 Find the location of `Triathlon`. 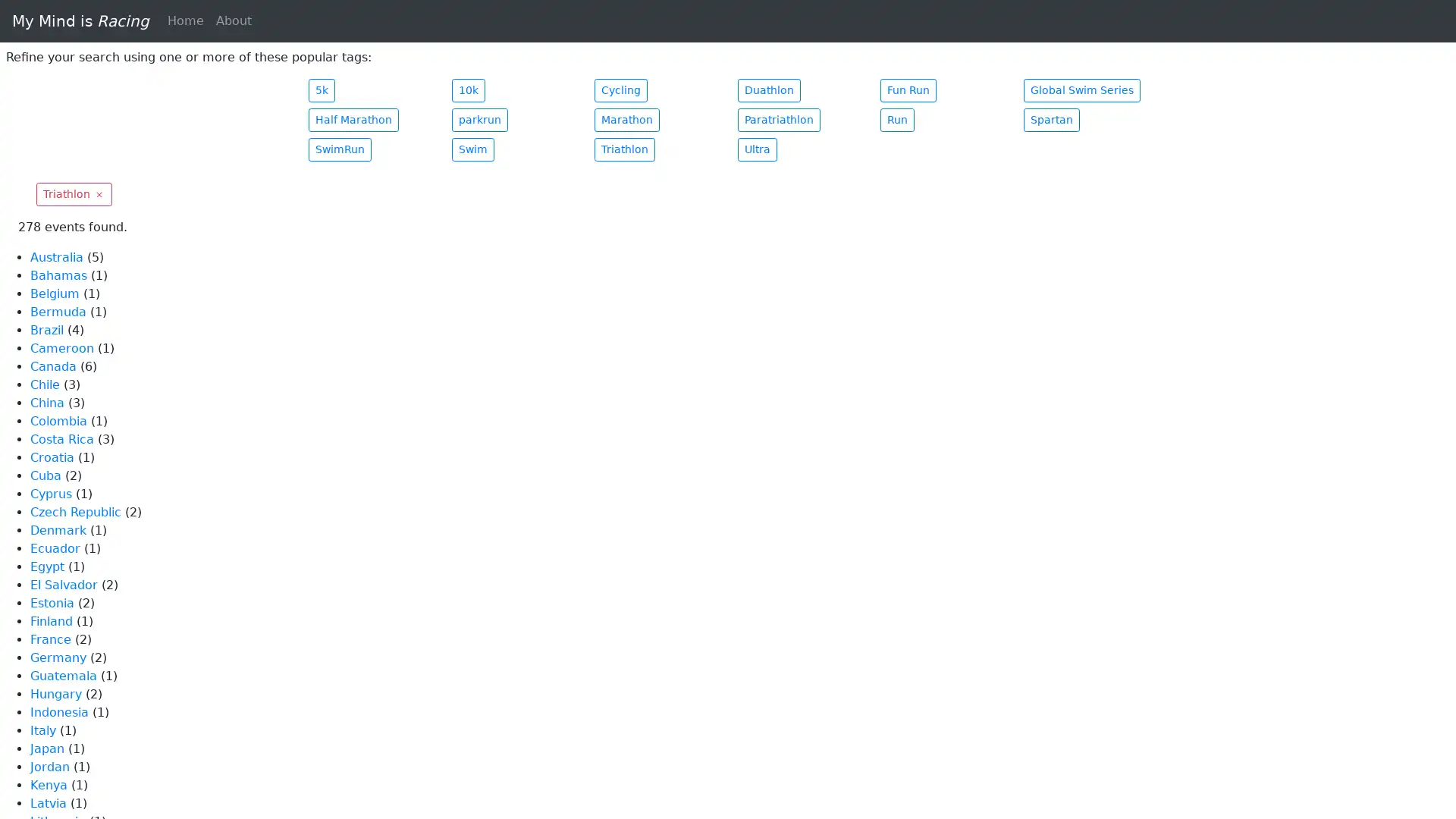

Triathlon is located at coordinates (625, 149).